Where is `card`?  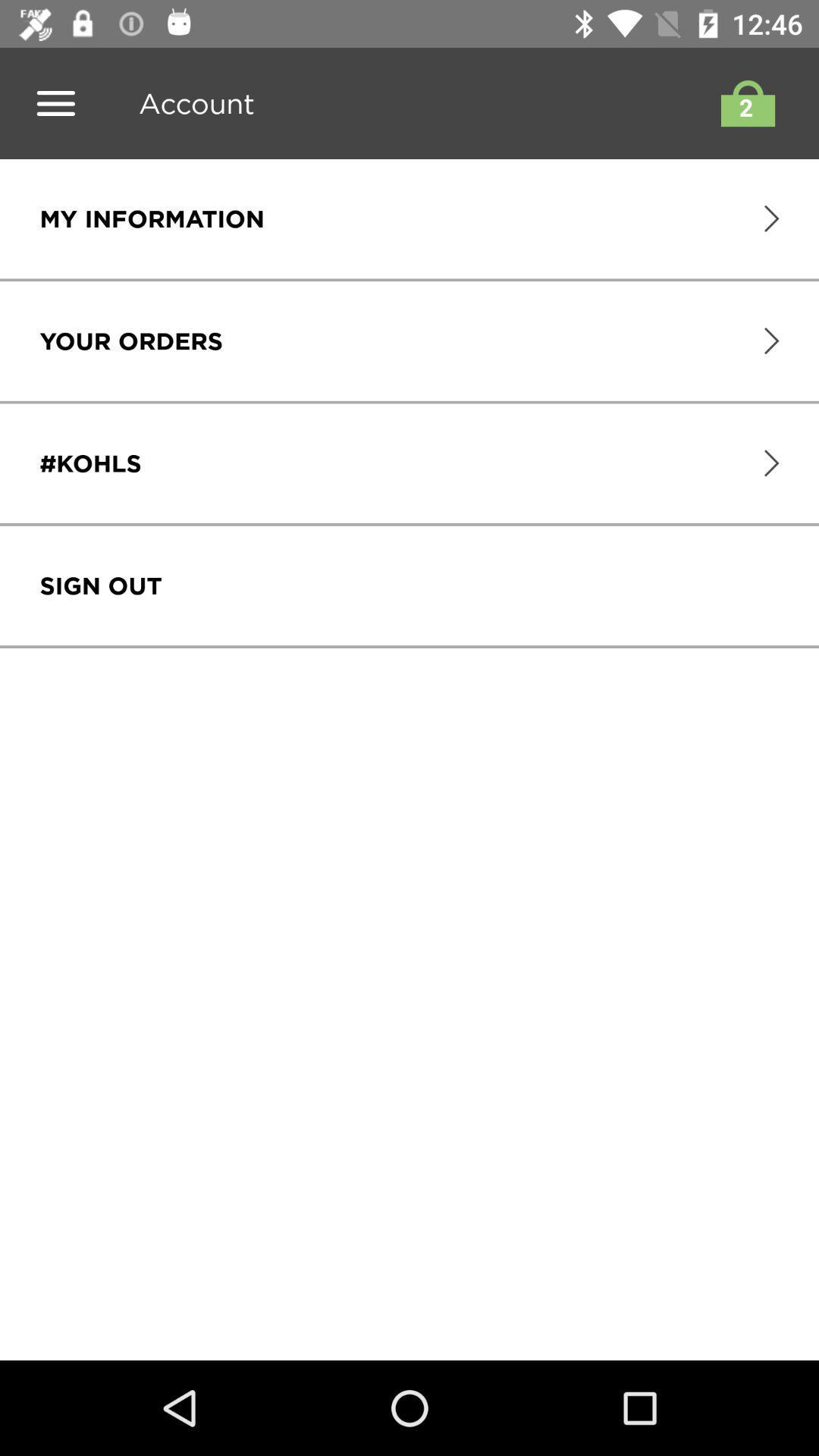 card is located at coordinates (743, 102).